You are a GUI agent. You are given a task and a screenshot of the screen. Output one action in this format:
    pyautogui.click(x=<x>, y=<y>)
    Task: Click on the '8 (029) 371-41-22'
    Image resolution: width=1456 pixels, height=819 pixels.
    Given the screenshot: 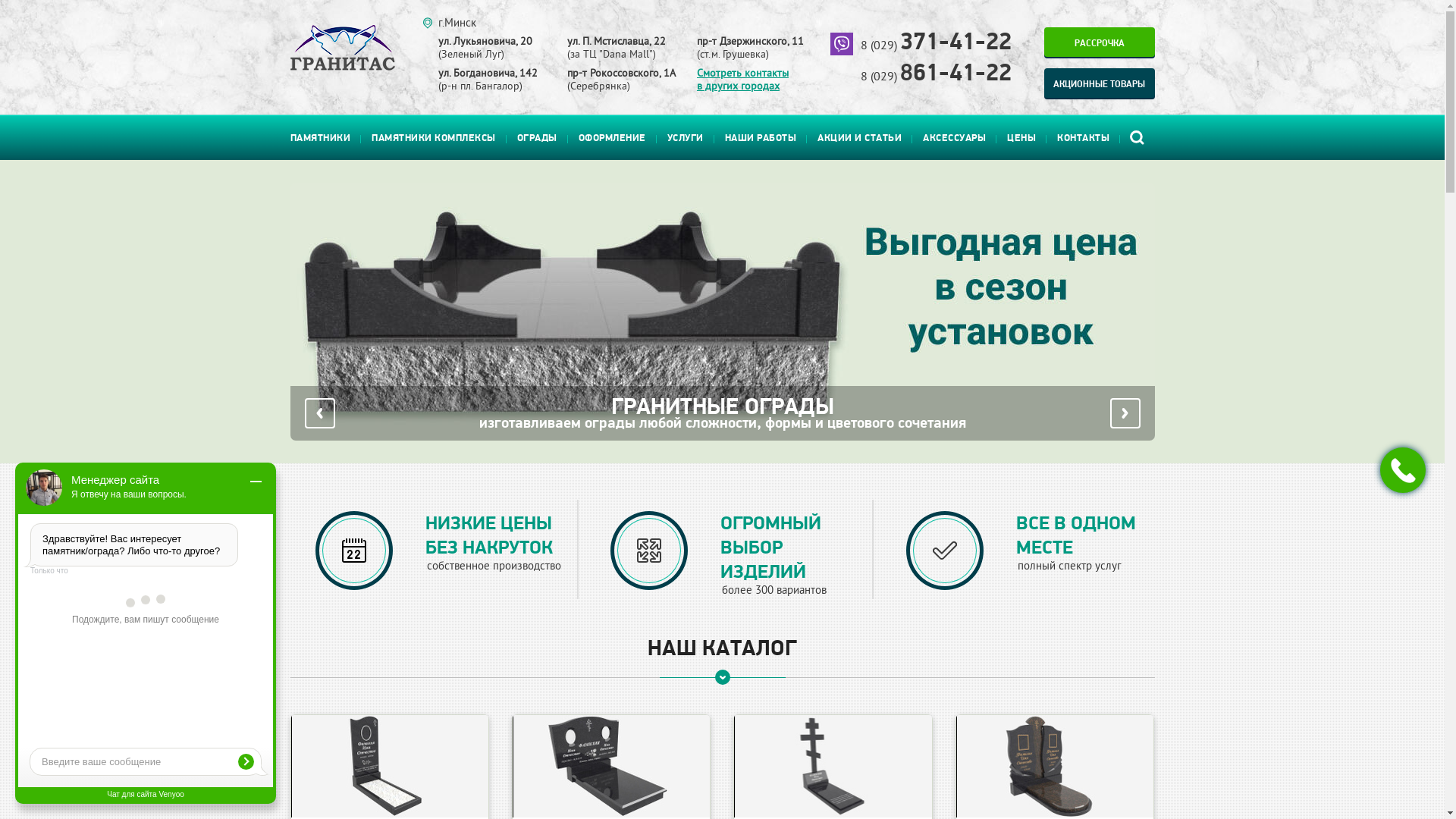 What is the action you would take?
    pyautogui.click(x=934, y=45)
    